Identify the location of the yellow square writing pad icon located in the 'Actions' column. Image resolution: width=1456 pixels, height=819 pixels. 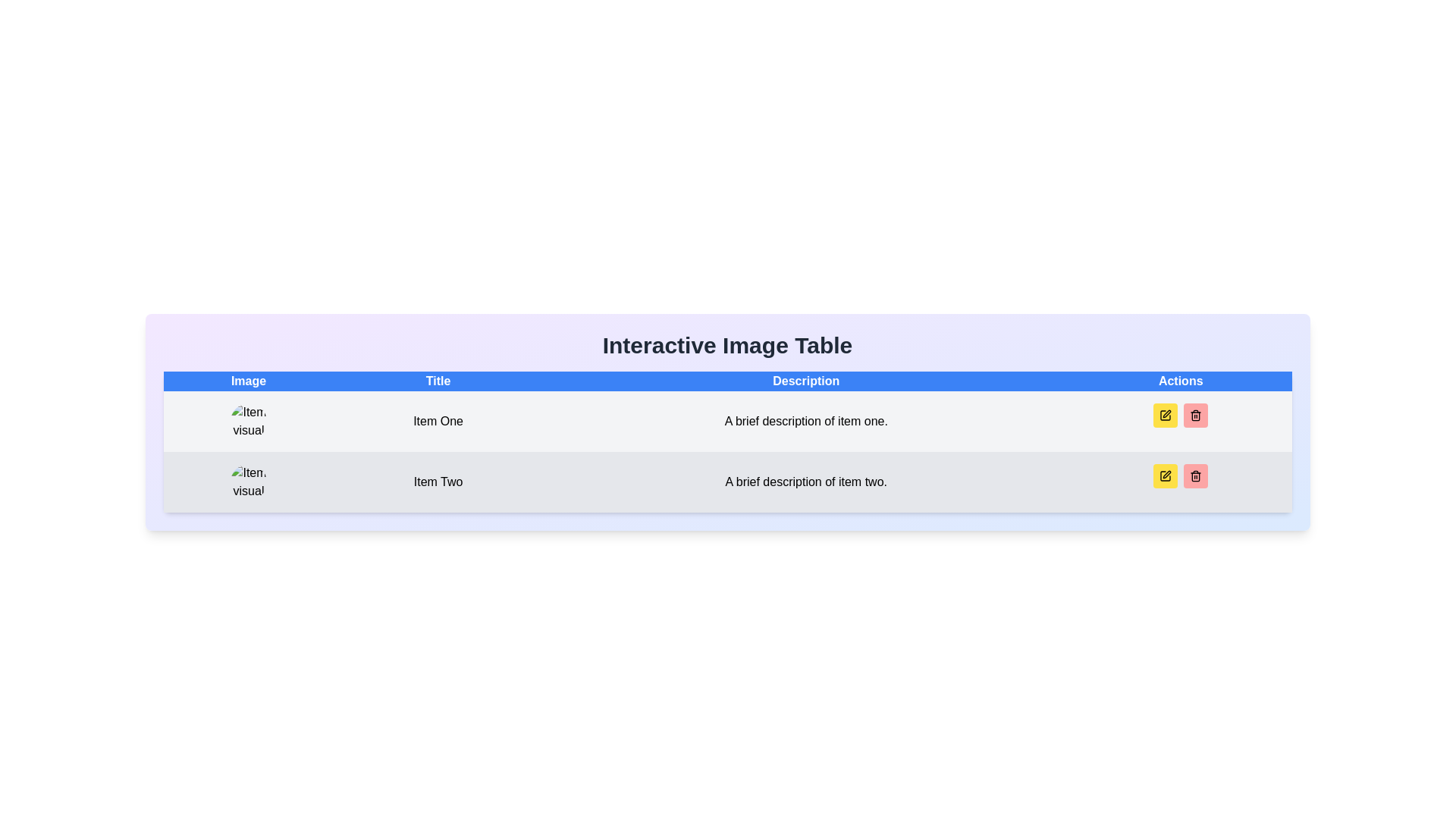
(1165, 415).